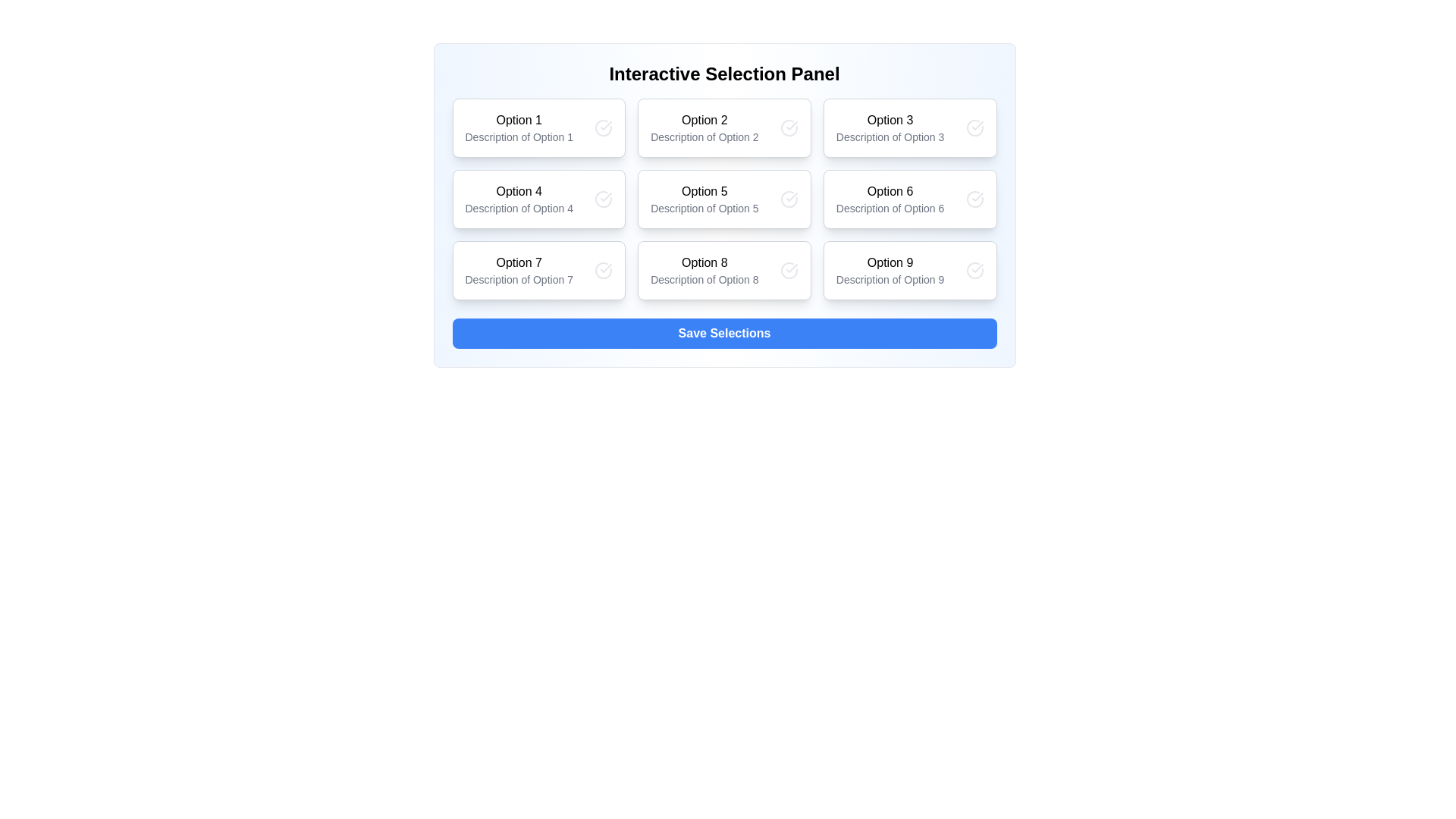 The image size is (1456, 819). Describe the element at coordinates (723, 332) in the screenshot. I see `the 'Save Selections' button to save the current selections` at that location.